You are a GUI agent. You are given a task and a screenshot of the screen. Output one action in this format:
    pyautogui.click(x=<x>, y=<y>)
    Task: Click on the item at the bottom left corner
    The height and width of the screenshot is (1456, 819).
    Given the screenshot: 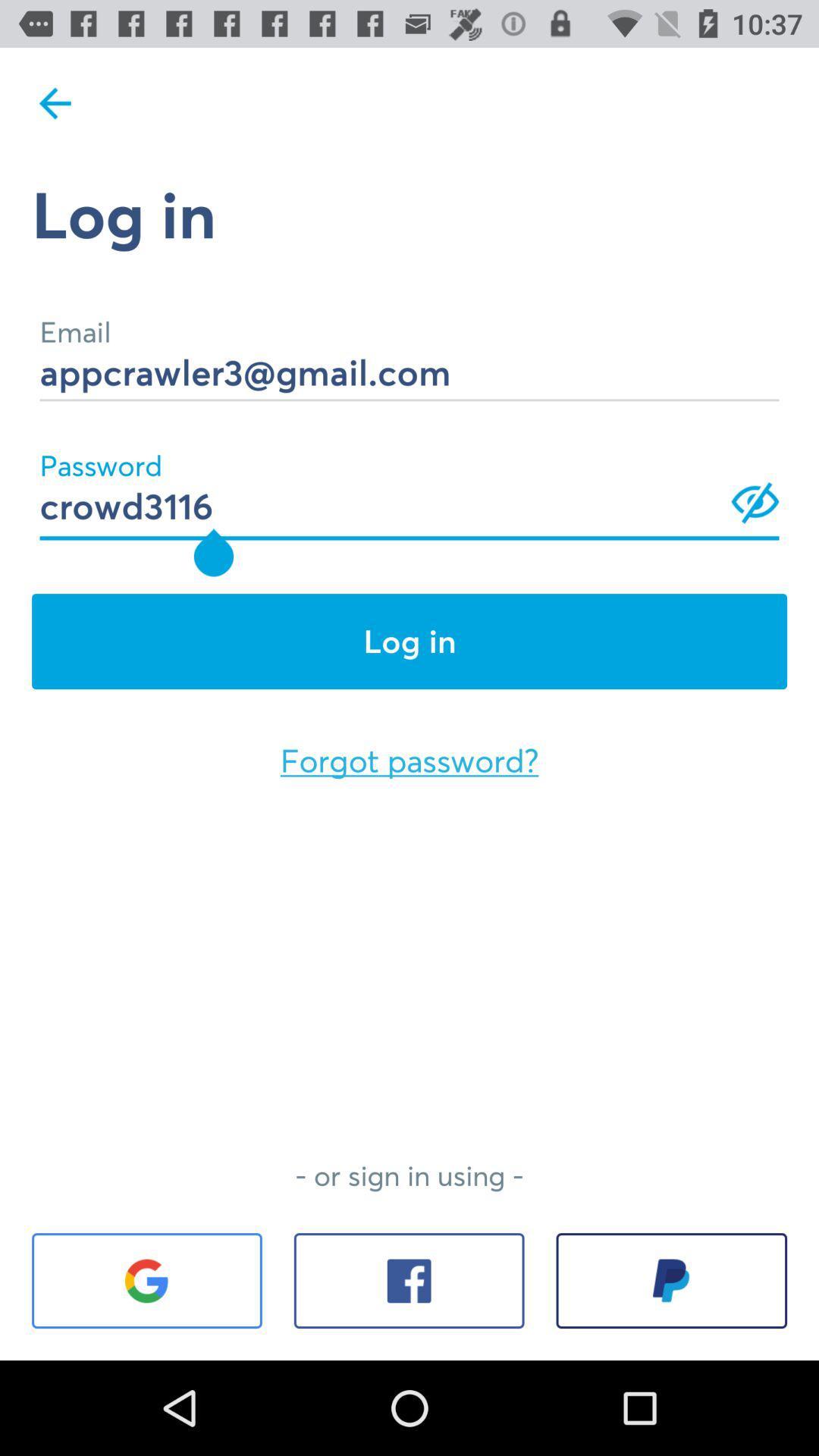 What is the action you would take?
    pyautogui.click(x=146, y=1280)
    